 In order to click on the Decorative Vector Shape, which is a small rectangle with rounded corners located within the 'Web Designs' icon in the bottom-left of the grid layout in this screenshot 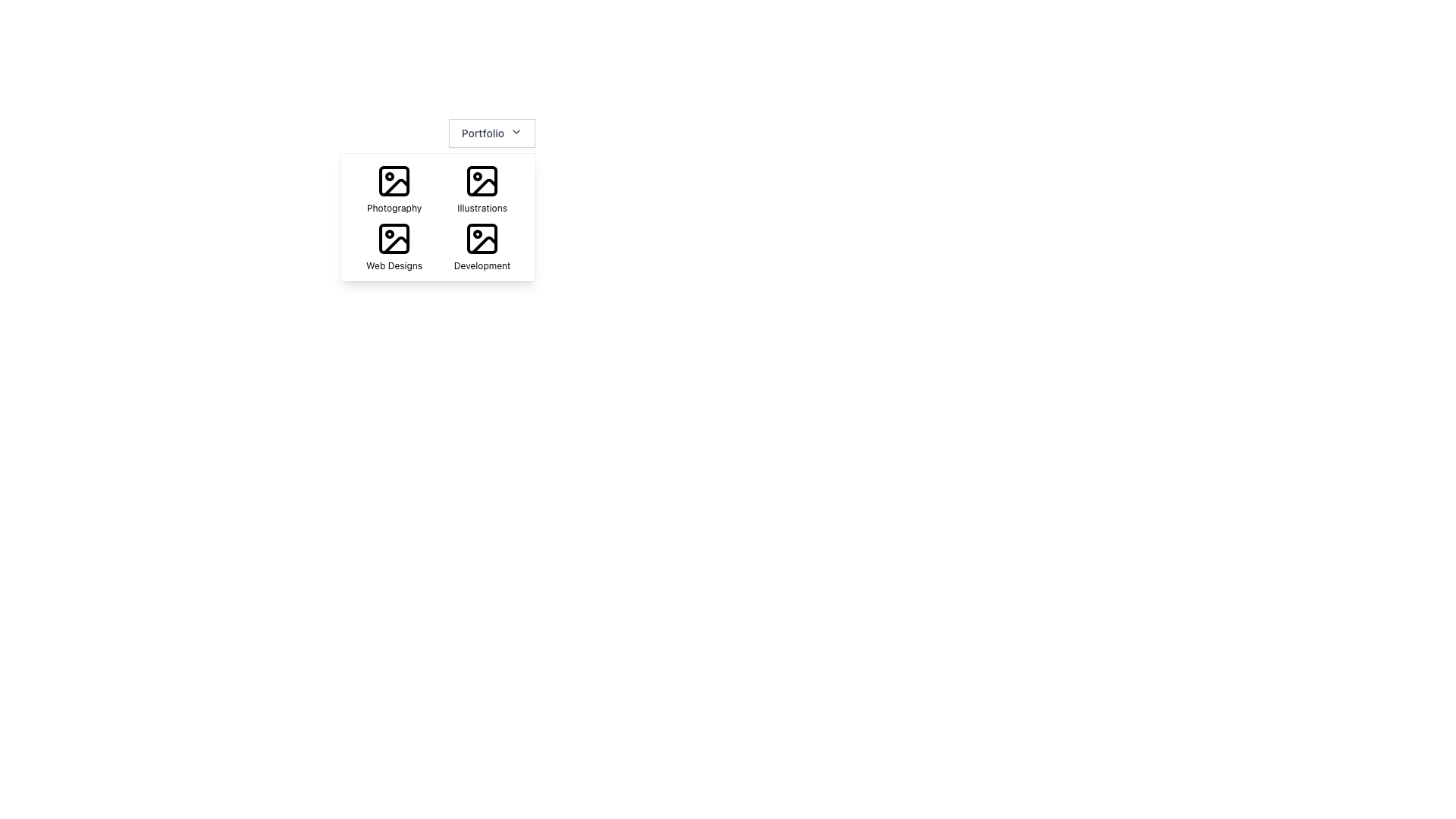, I will do `click(394, 239)`.